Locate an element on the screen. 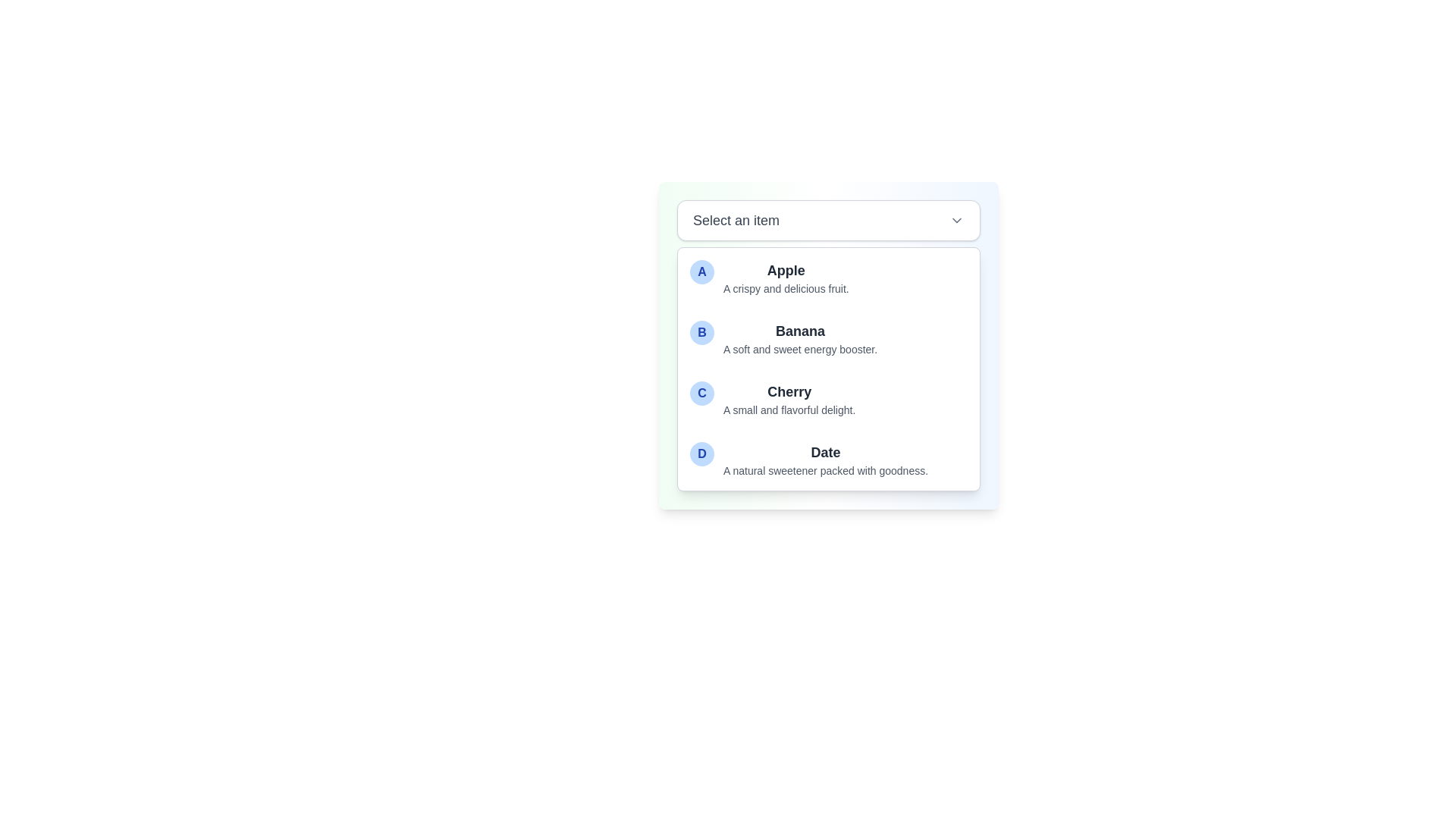 Image resolution: width=1456 pixels, height=819 pixels. the 'Cherry' text label in the dropdown menu is located at coordinates (789, 391).